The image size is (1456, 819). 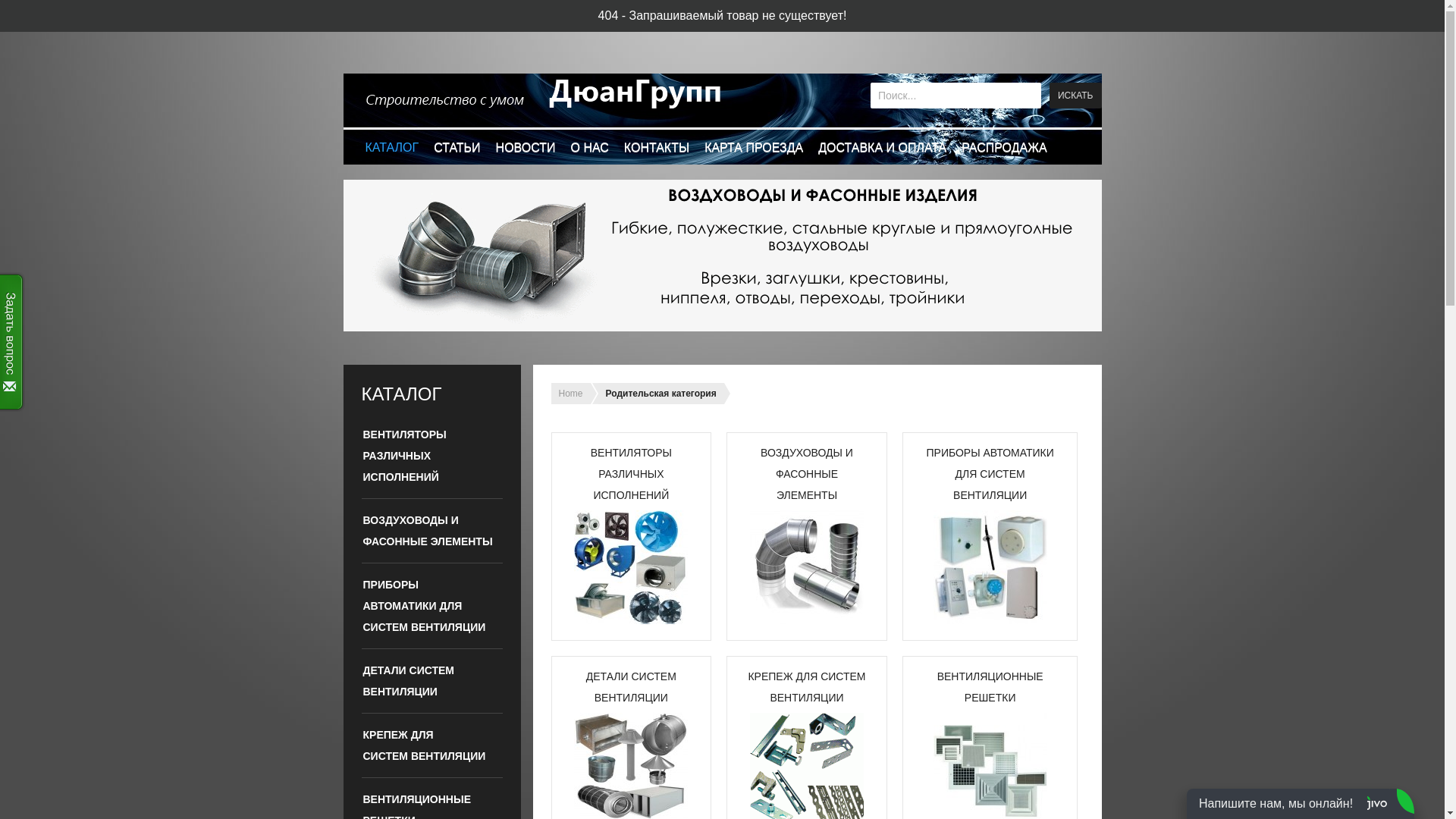 What do you see at coordinates (570, 393) in the screenshot?
I see `'Home'` at bounding box center [570, 393].